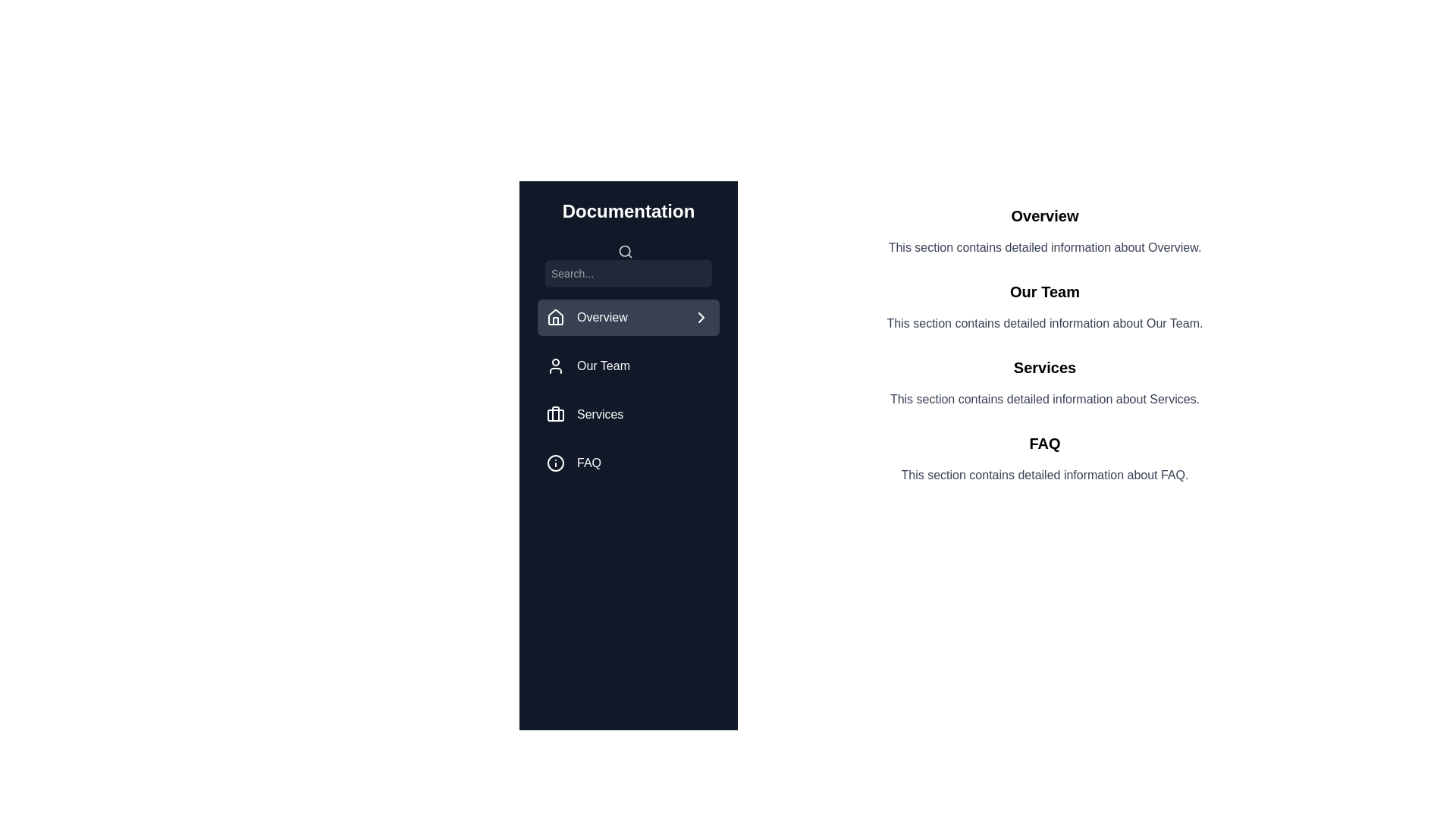 The width and height of the screenshot is (1456, 819). Describe the element at coordinates (603, 366) in the screenshot. I see `the 'Our Team' menu label in the navigation menu for accessibility navigation` at that location.